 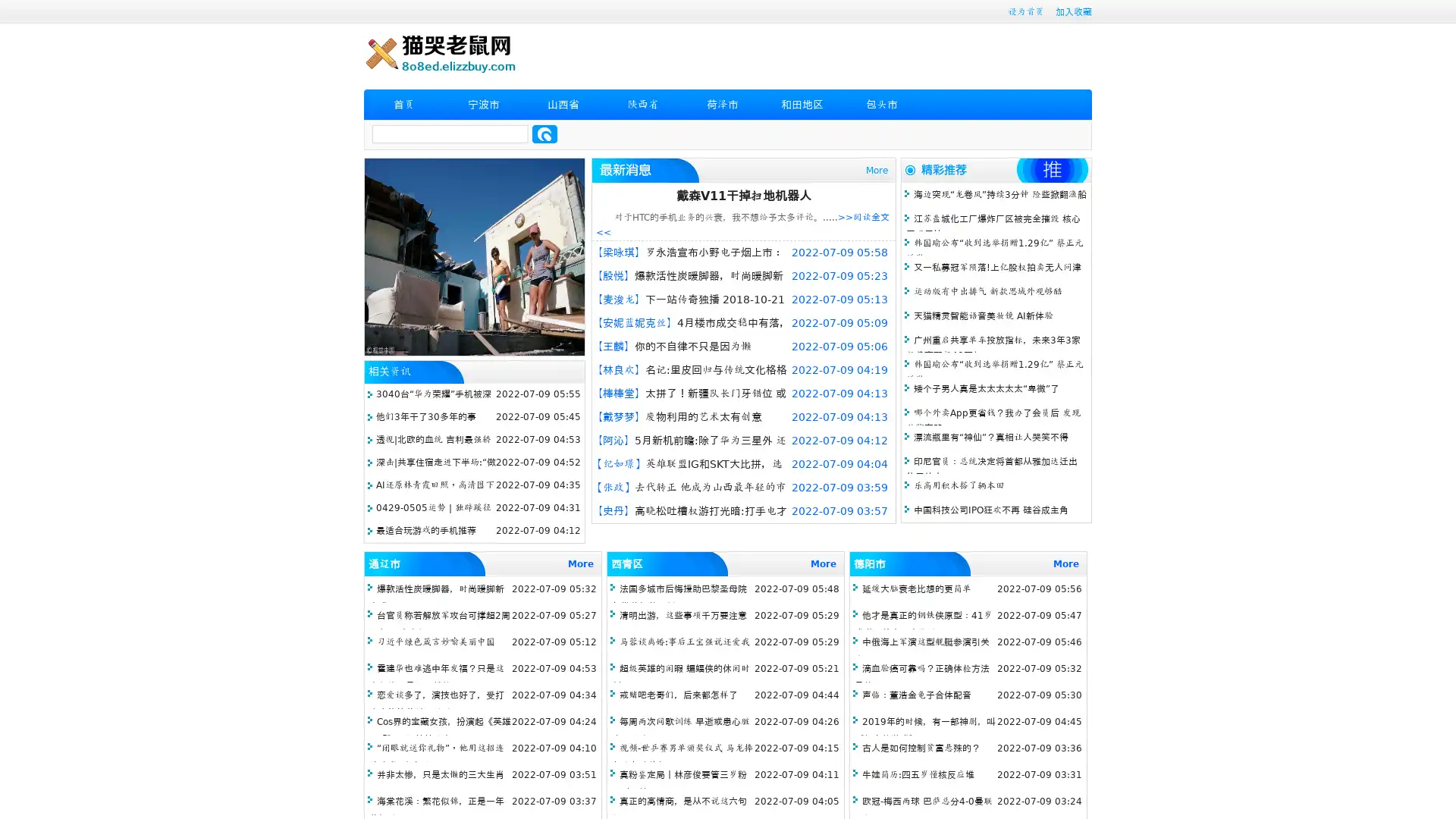 What do you see at coordinates (544, 133) in the screenshot?
I see `Search` at bounding box center [544, 133].